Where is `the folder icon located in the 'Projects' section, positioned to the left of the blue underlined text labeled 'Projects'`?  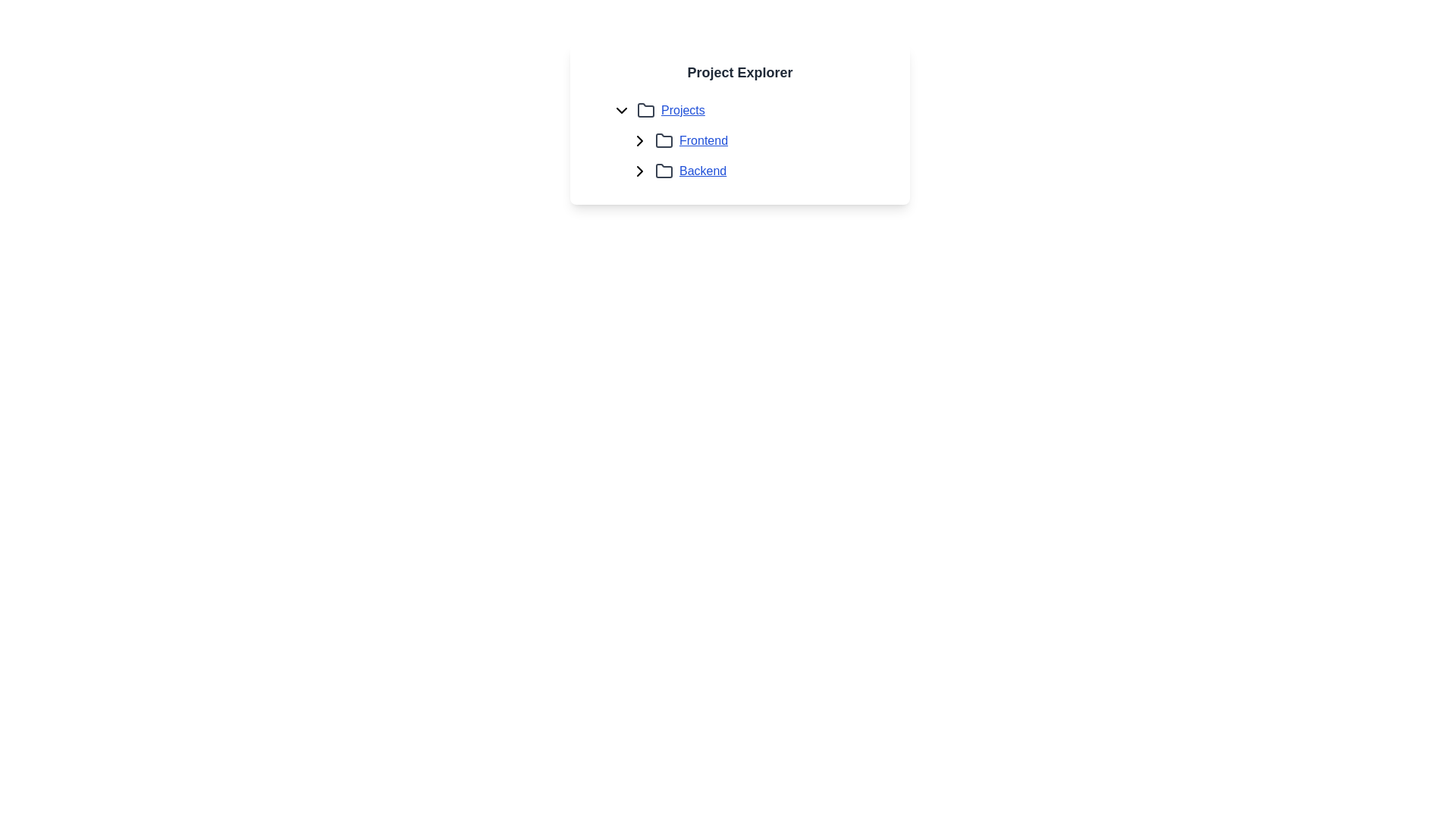
the folder icon located in the 'Projects' section, positioned to the left of the blue underlined text labeled 'Projects' is located at coordinates (645, 110).